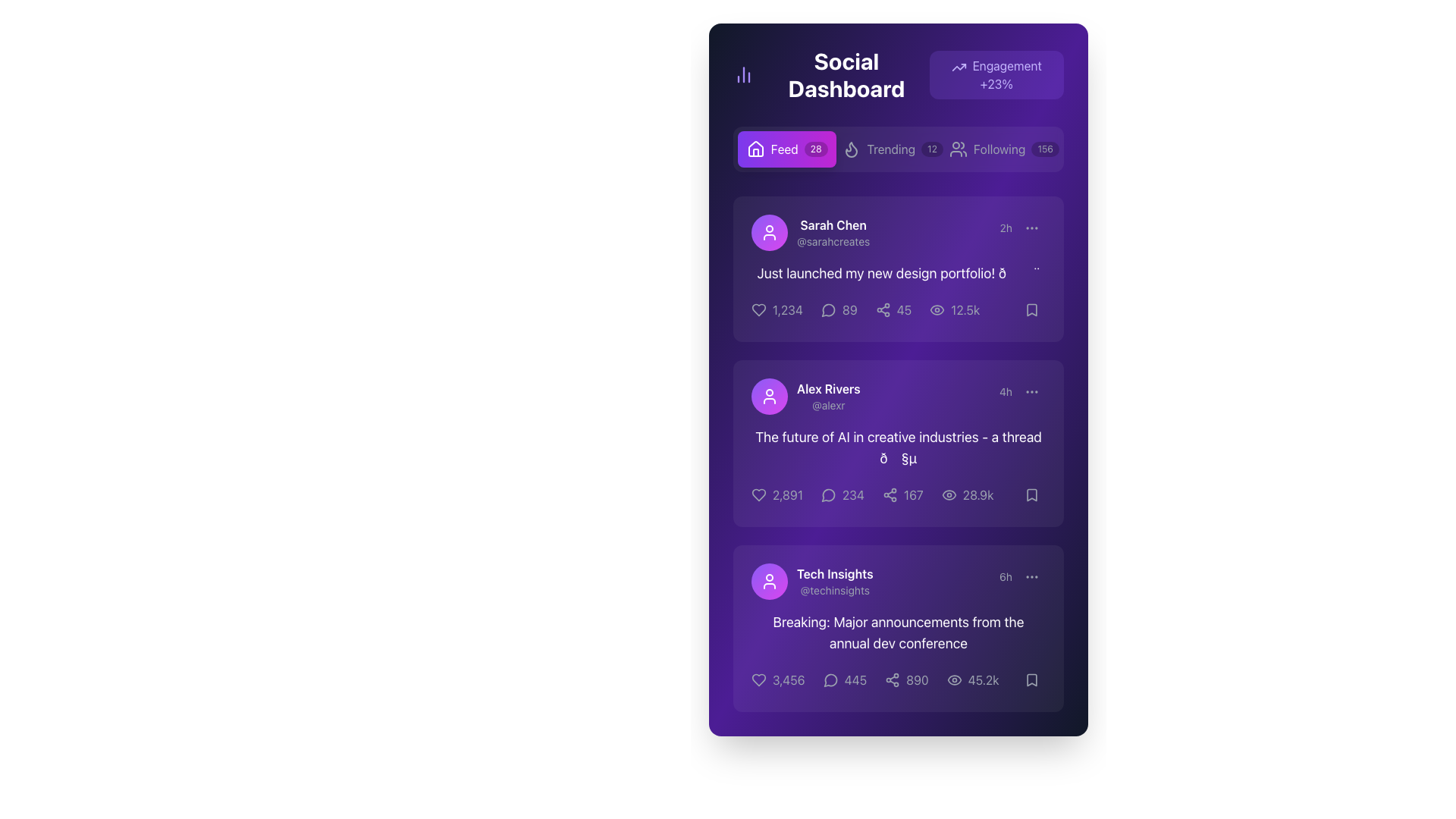  Describe the element at coordinates (827, 405) in the screenshot. I see `the text label representing the username 'Alex Rivers', located in the second user card of the list, positioned below the user's name` at that location.